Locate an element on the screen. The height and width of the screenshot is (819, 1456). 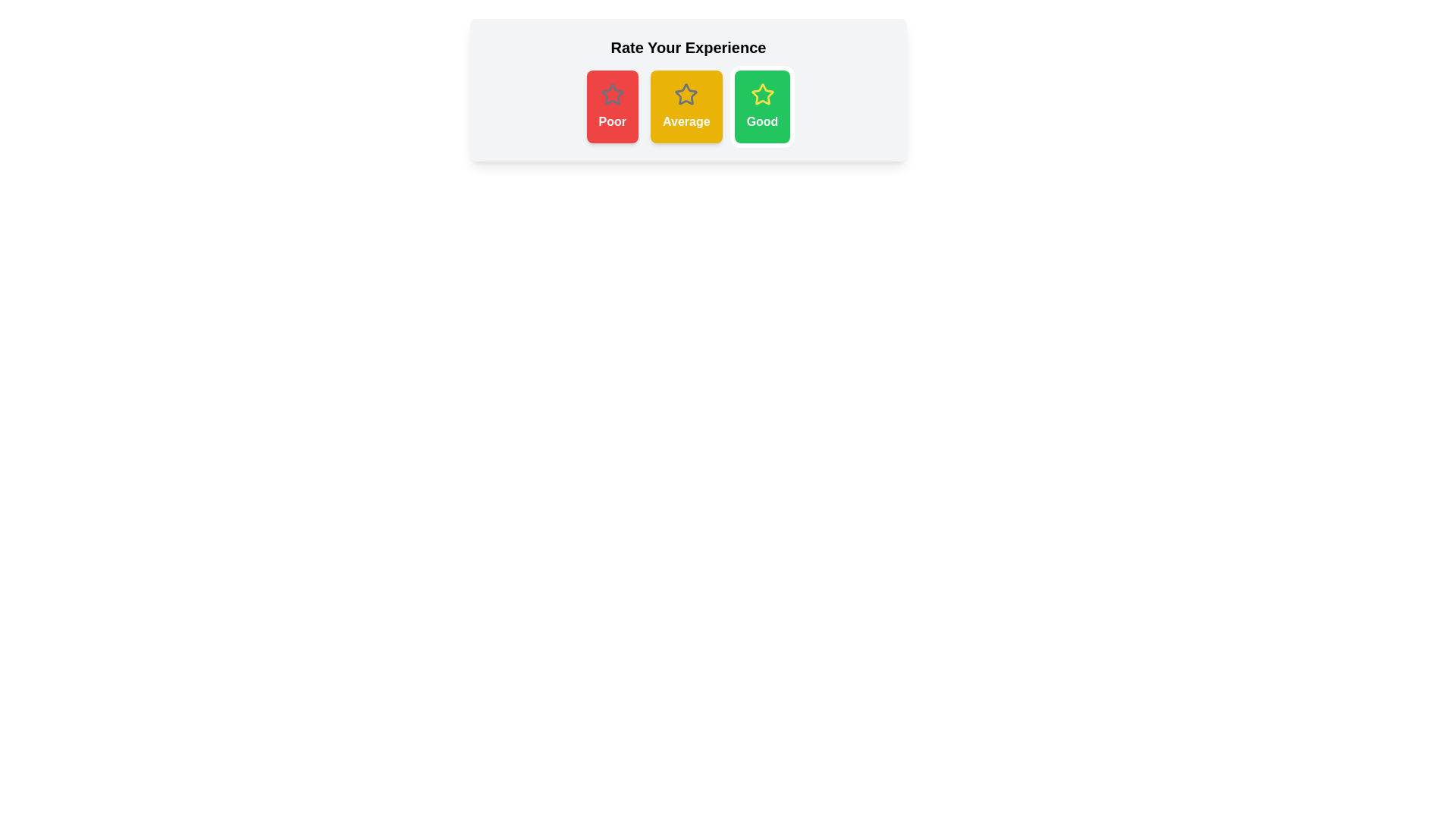
the Good button to select the corresponding rating is located at coordinates (762, 106).